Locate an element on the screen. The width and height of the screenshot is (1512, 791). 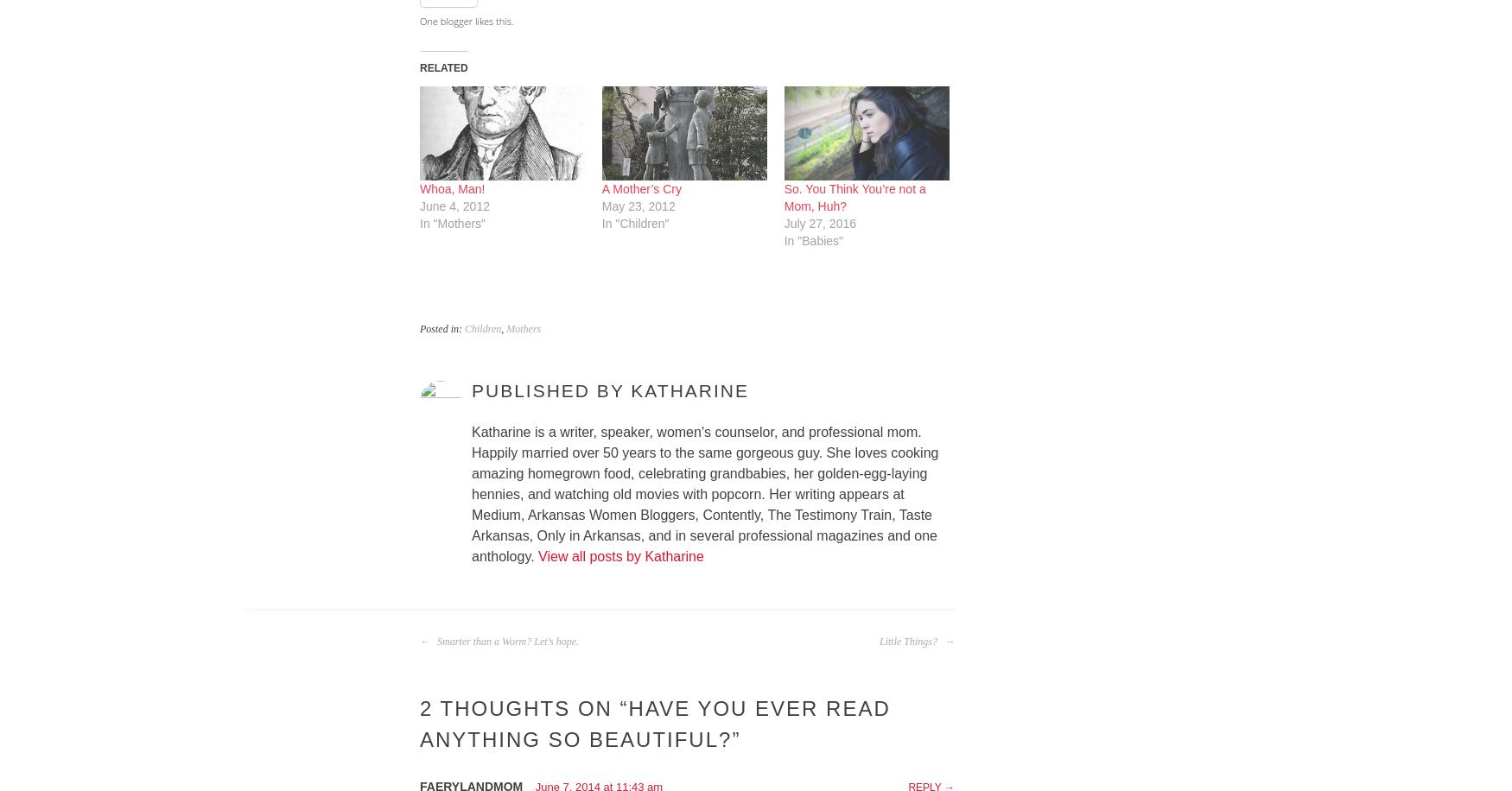
'Have You Ever Read Anything So Beautiful?' is located at coordinates (419, 724).